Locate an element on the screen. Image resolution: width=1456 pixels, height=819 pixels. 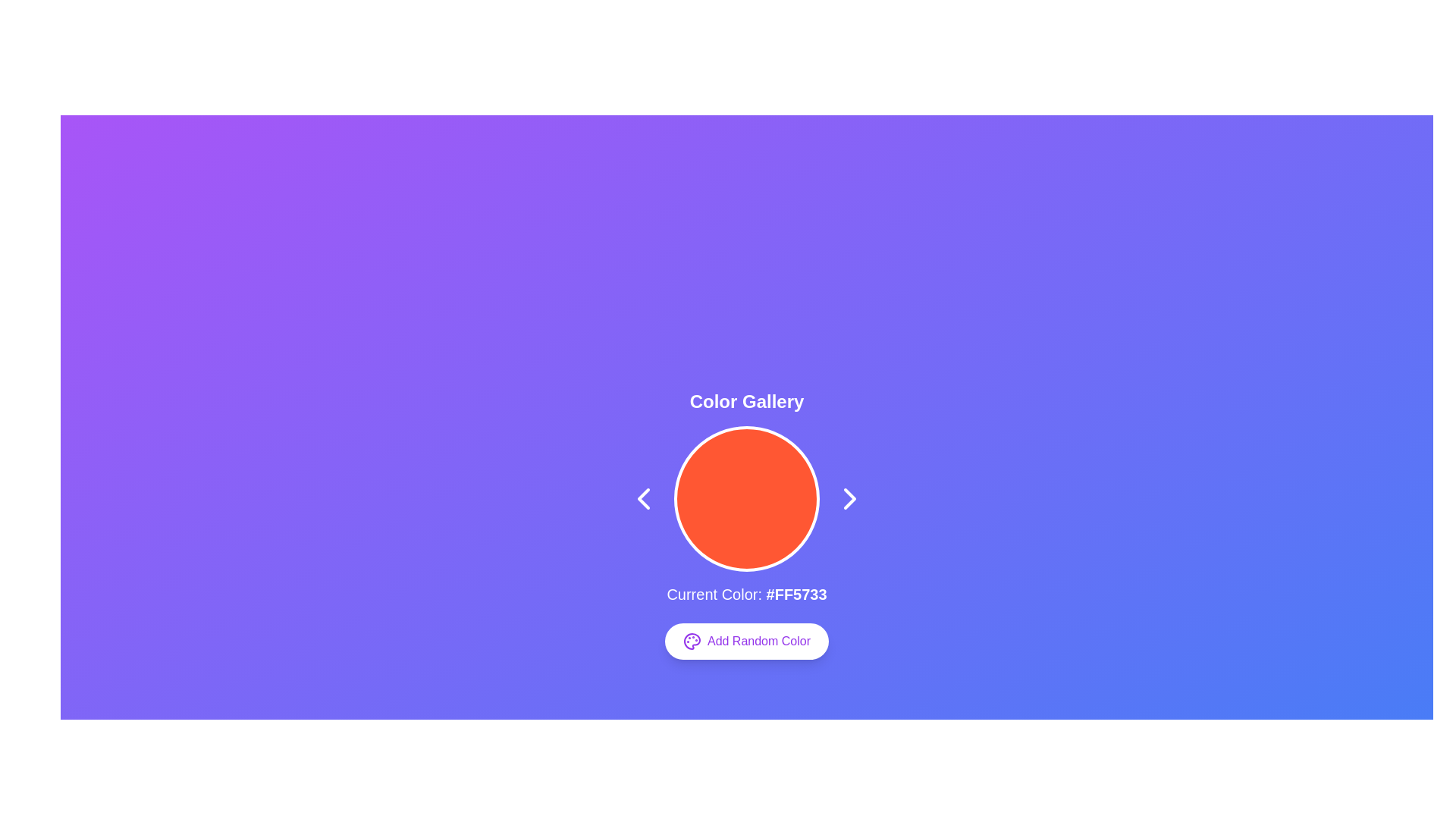
the decorative icon that represents the action of adding a random color, located to the left of the 'Add Random Color' text is located at coordinates (691, 641).